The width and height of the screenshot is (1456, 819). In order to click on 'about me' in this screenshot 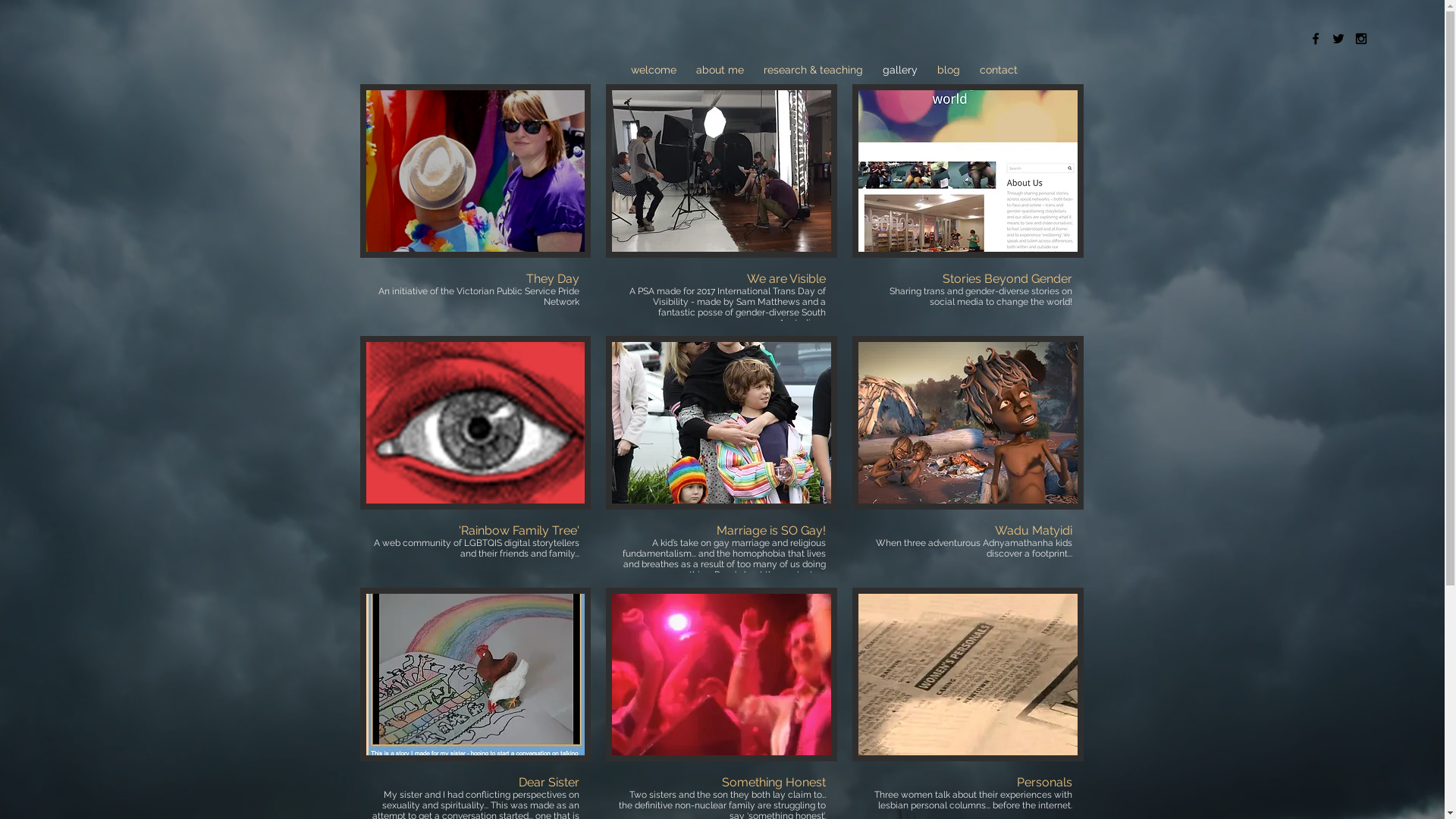, I will do `click(718, 70)`.